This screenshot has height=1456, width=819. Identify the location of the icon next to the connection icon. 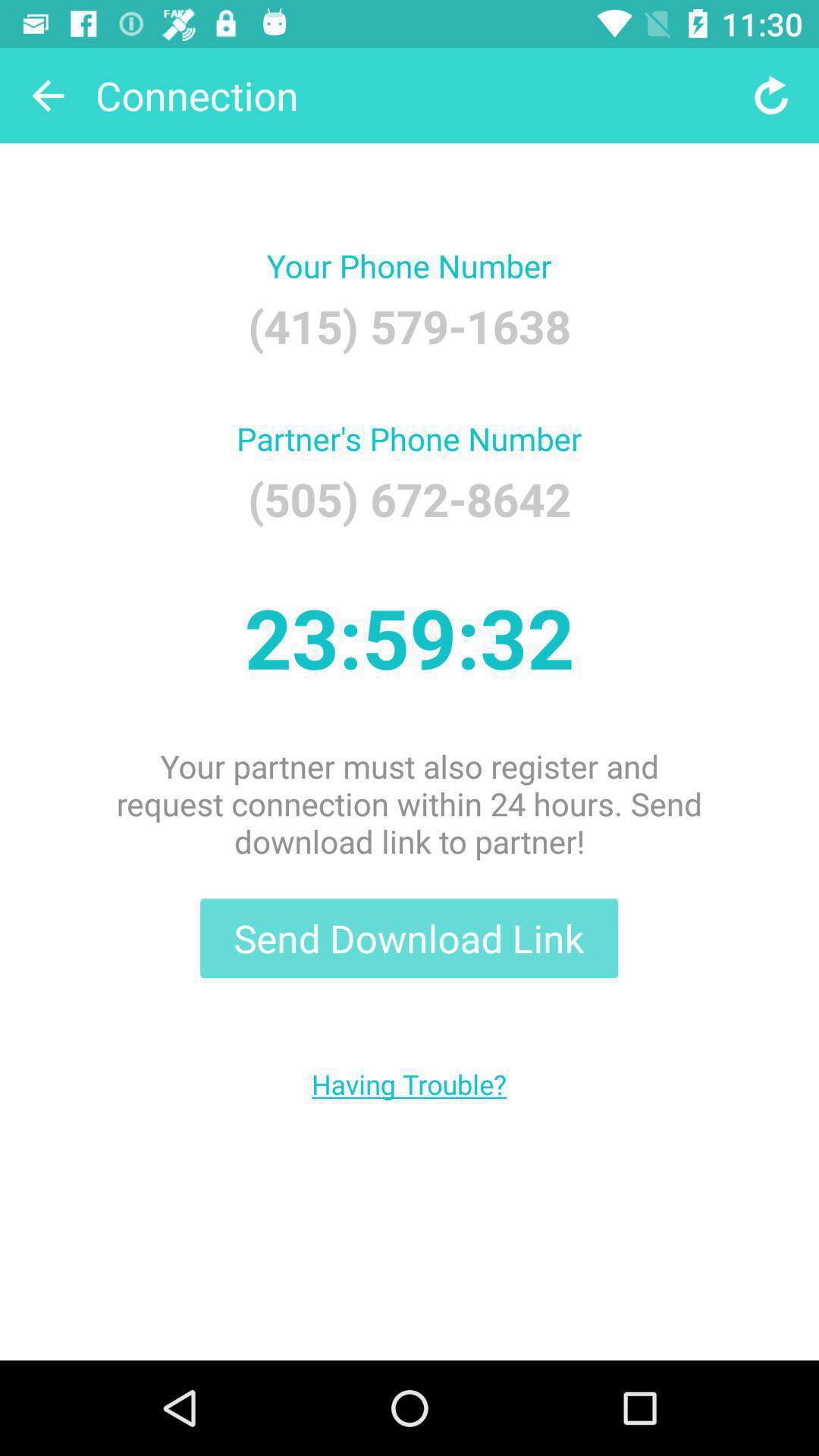
(771, 94).